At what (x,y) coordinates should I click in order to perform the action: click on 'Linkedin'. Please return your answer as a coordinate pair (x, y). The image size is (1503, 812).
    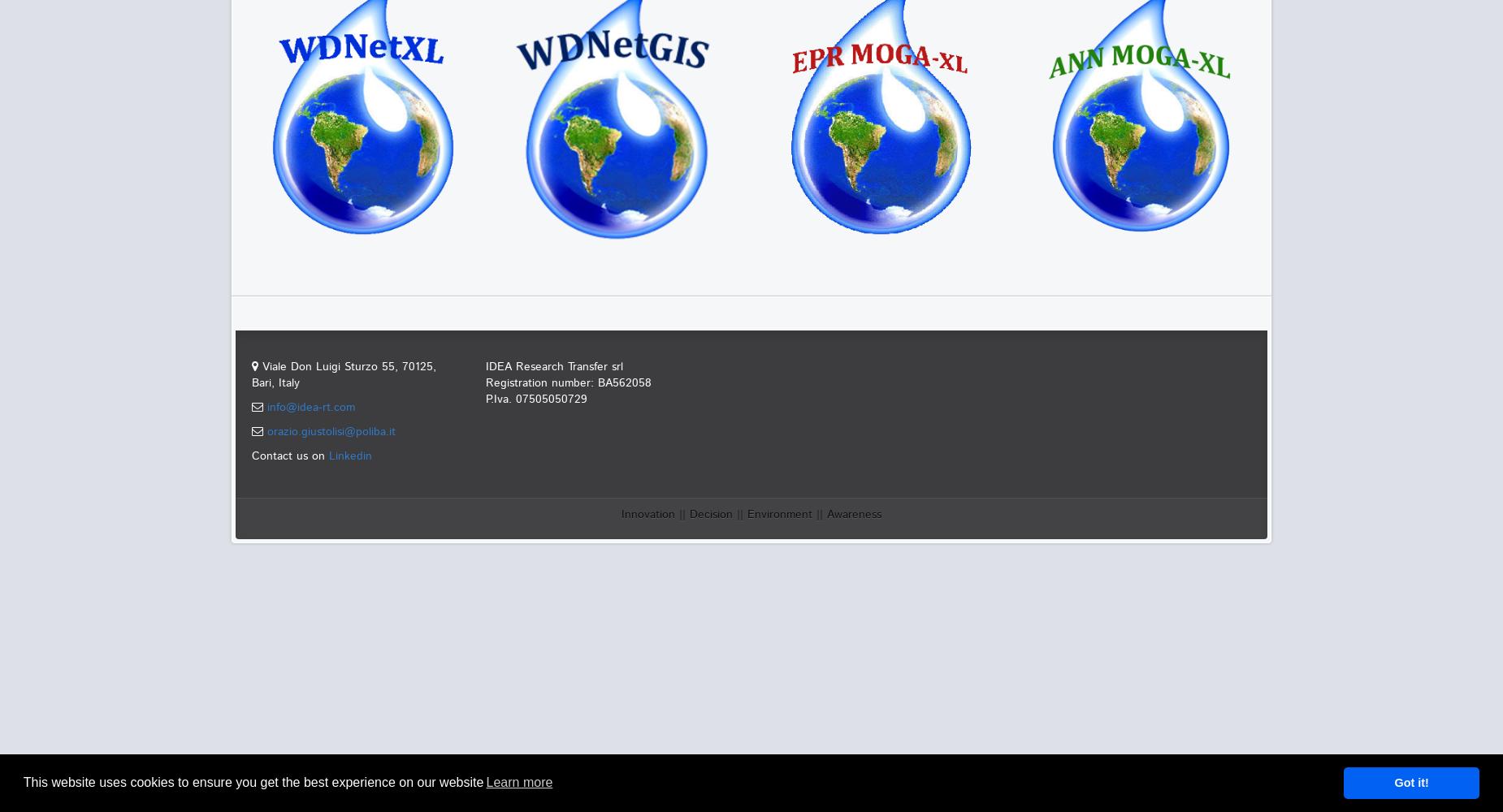
    Looking at the image, I should click on (327, 456).